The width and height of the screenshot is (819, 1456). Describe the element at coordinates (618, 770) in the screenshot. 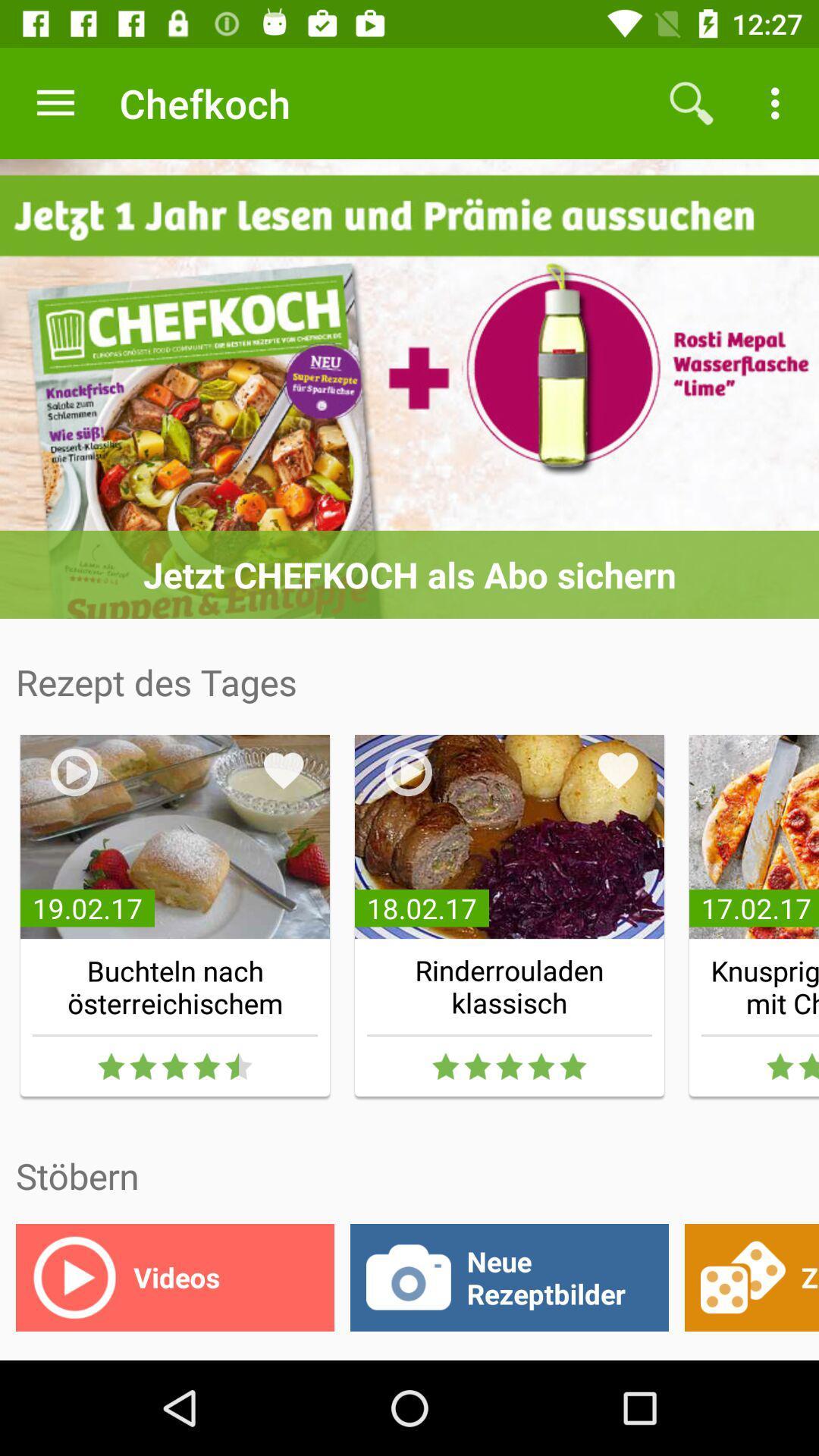

I see `the love symbol` at that location.